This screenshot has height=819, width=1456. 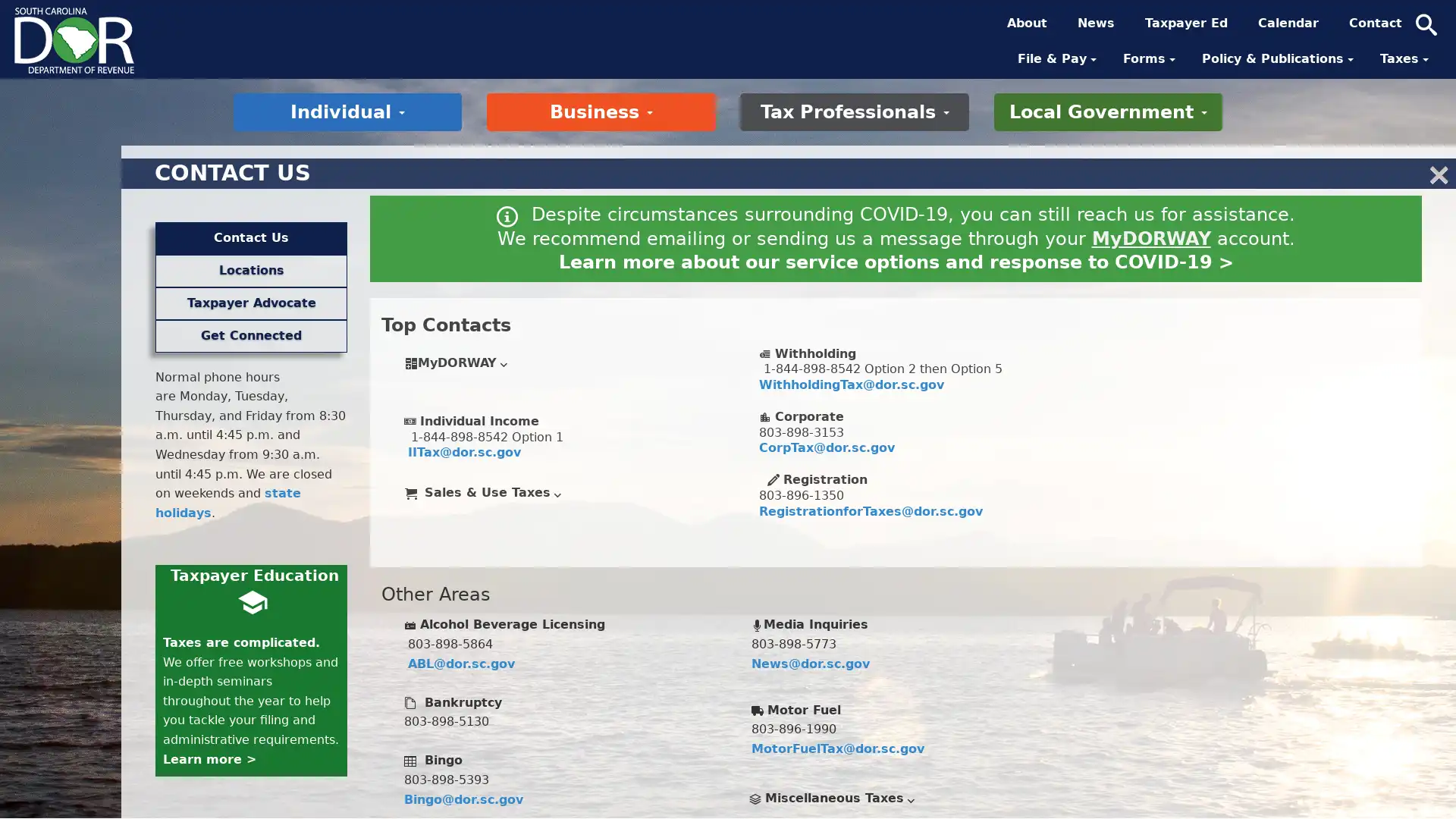 What do you see at coordinates (1107, 110) in the screenshot?
I see `Local Government` at bounding box center [1107, 110].